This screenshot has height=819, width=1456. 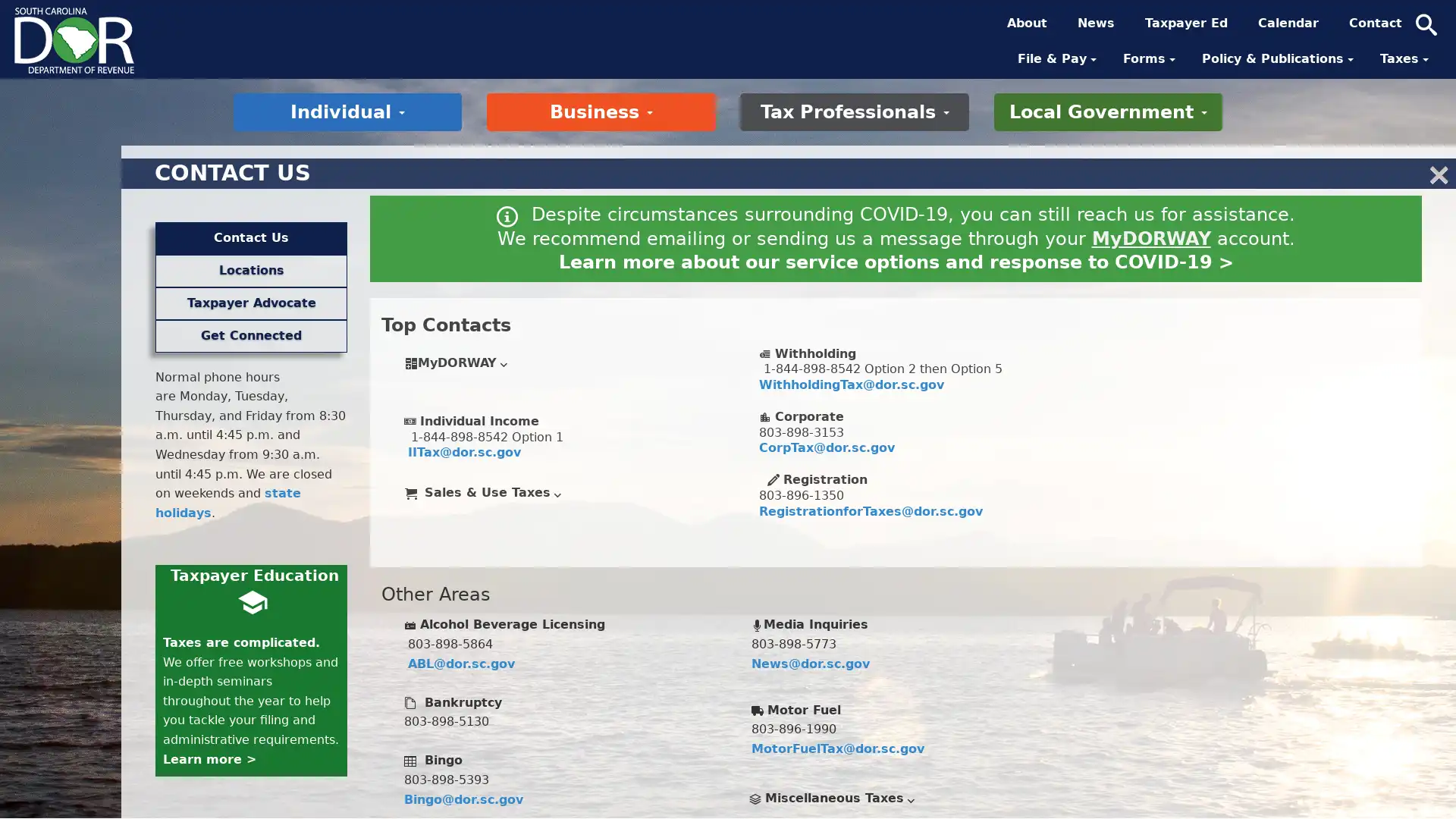 What do you see at coordinates (1107, 110) in the screenshot?
I see `Local Government` at bounding box center [1107, 110].